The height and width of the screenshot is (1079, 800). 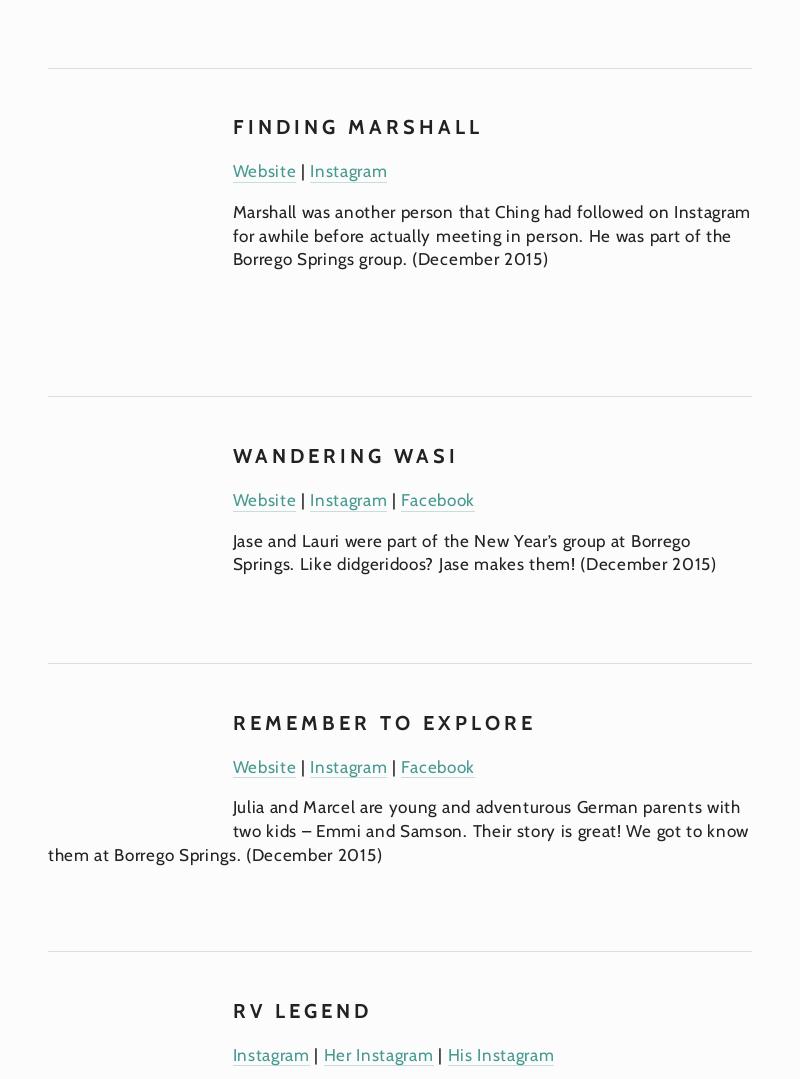 I want to click on 'Jase and Lauri were part of the New Year’s group at Borrego Springs. Like didgeridoos? Jase makes them! (December 2015)', so click(x=474, y=551).